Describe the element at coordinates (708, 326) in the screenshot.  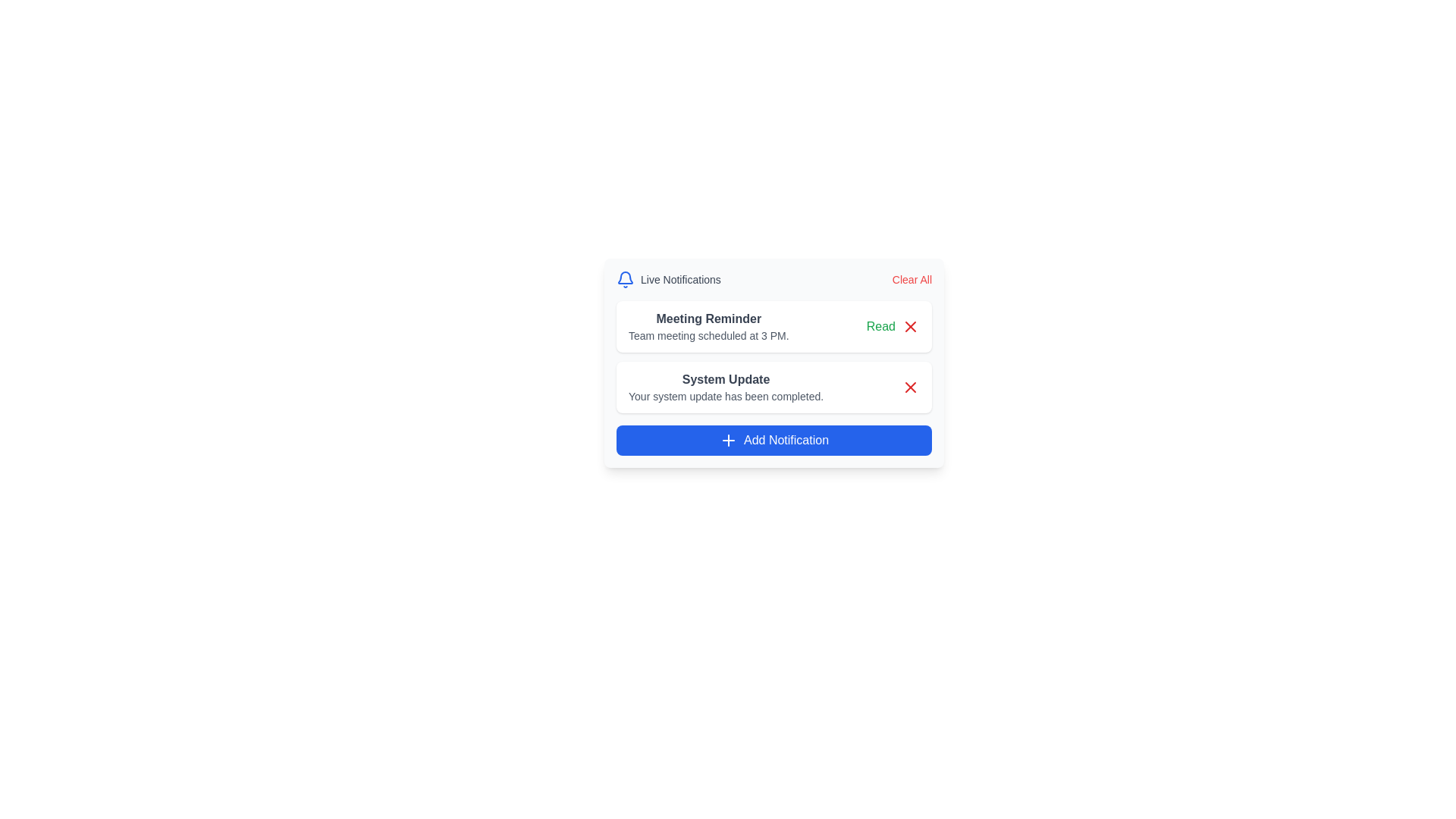
I see `the 'Meeting Reminder' text block element, which is the first notification under 'Live Notifications' and styled as a notification alert` at that location.